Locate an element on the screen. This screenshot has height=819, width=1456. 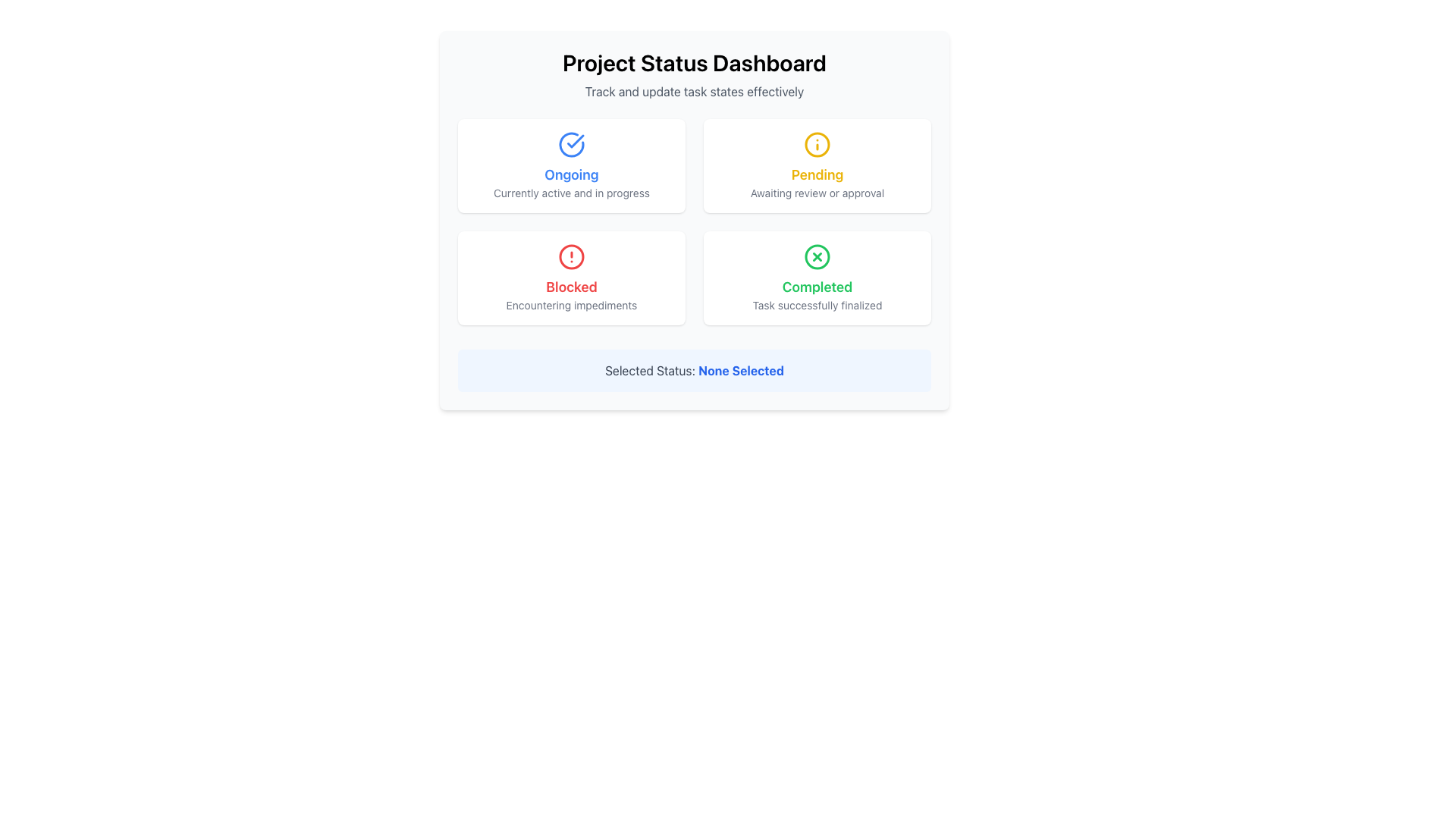
the yellow outlined circular icon representing the 'Pending' status indicator, which is located in the top right quadrant of the grid structure is located at coordinates (817, 145).